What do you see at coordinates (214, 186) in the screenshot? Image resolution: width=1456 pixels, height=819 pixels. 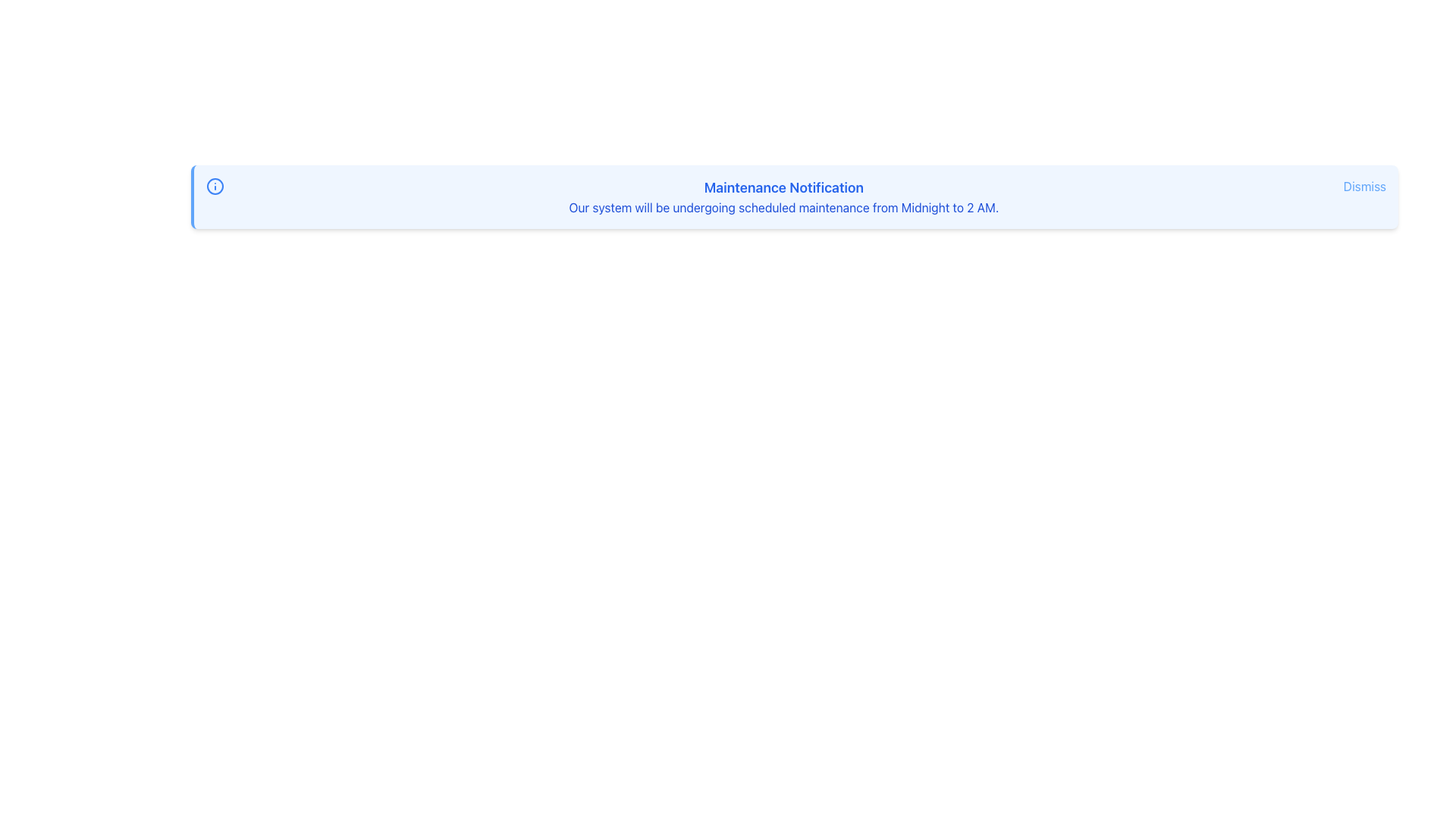 I see `the central circular component of the blue informational icon located at the far-left side of the horizontal notification bar near the upper section of the interface` at bounding box center [214, 186].